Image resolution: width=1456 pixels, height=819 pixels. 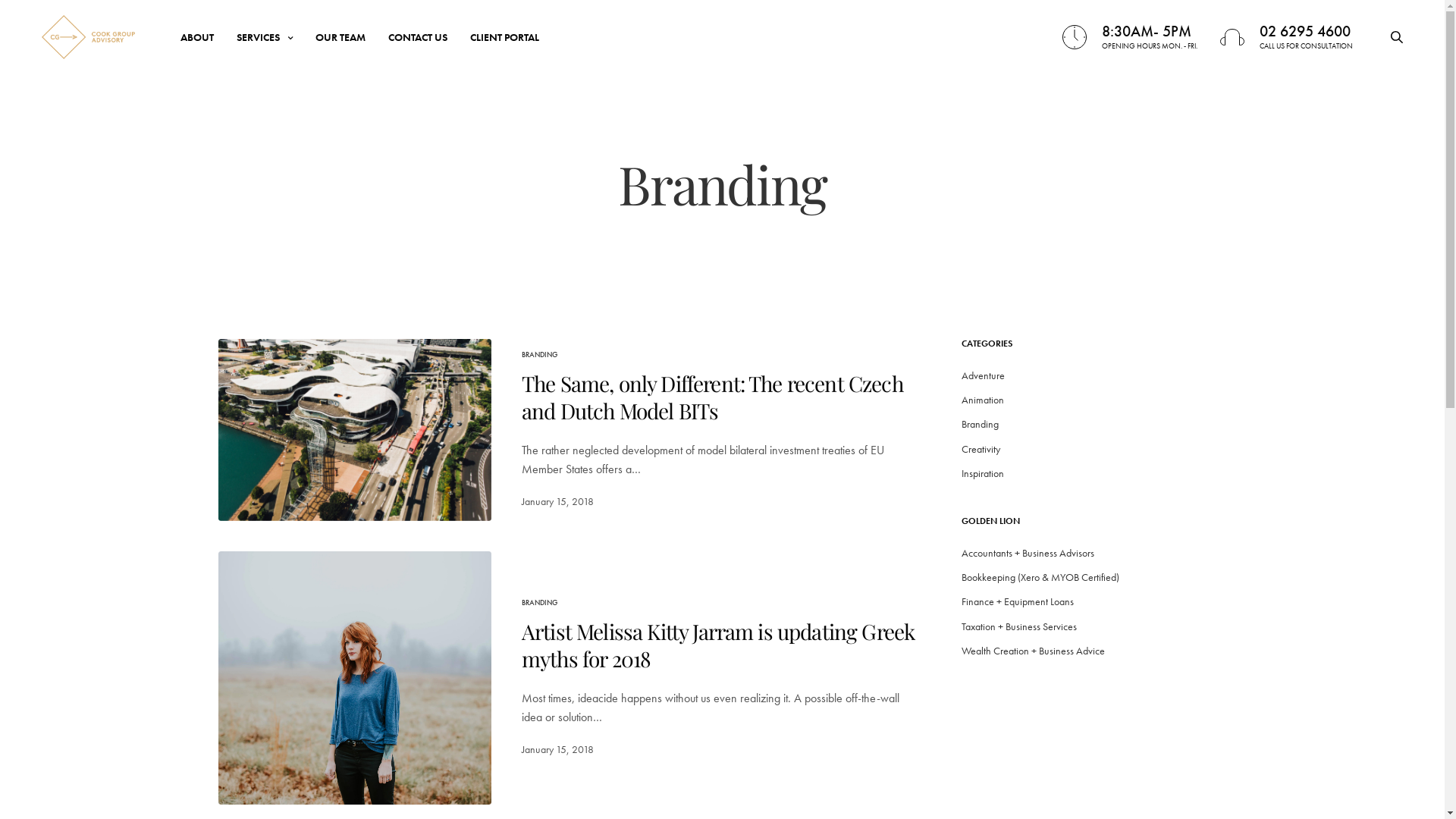 What do you see at coordinates (41, 36) in the screenshot?
I see `'Cook Group Advisory'` at bounding box center [41, 36].